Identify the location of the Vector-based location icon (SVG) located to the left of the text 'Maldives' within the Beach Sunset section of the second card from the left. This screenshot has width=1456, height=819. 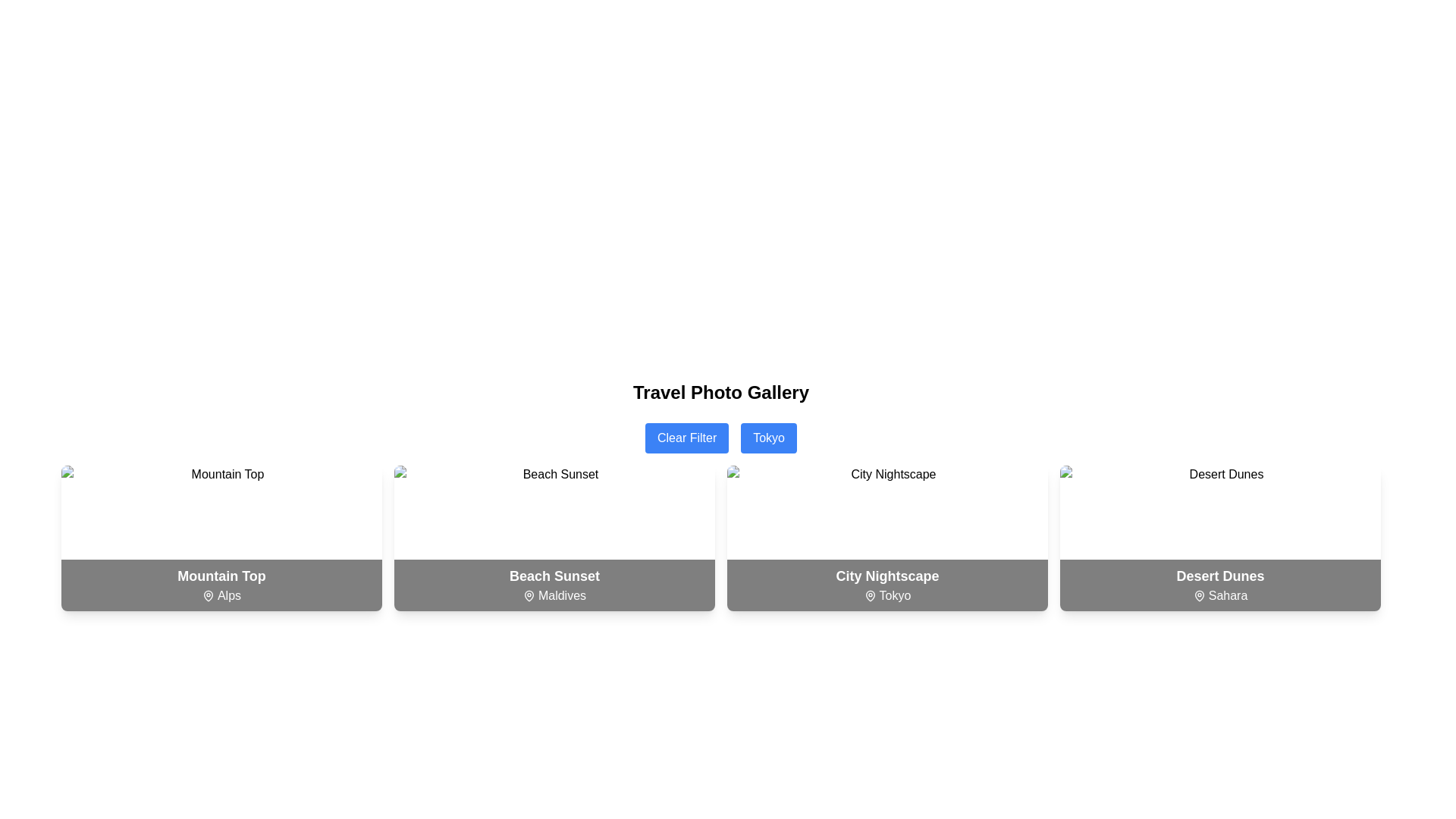
(529, 595).